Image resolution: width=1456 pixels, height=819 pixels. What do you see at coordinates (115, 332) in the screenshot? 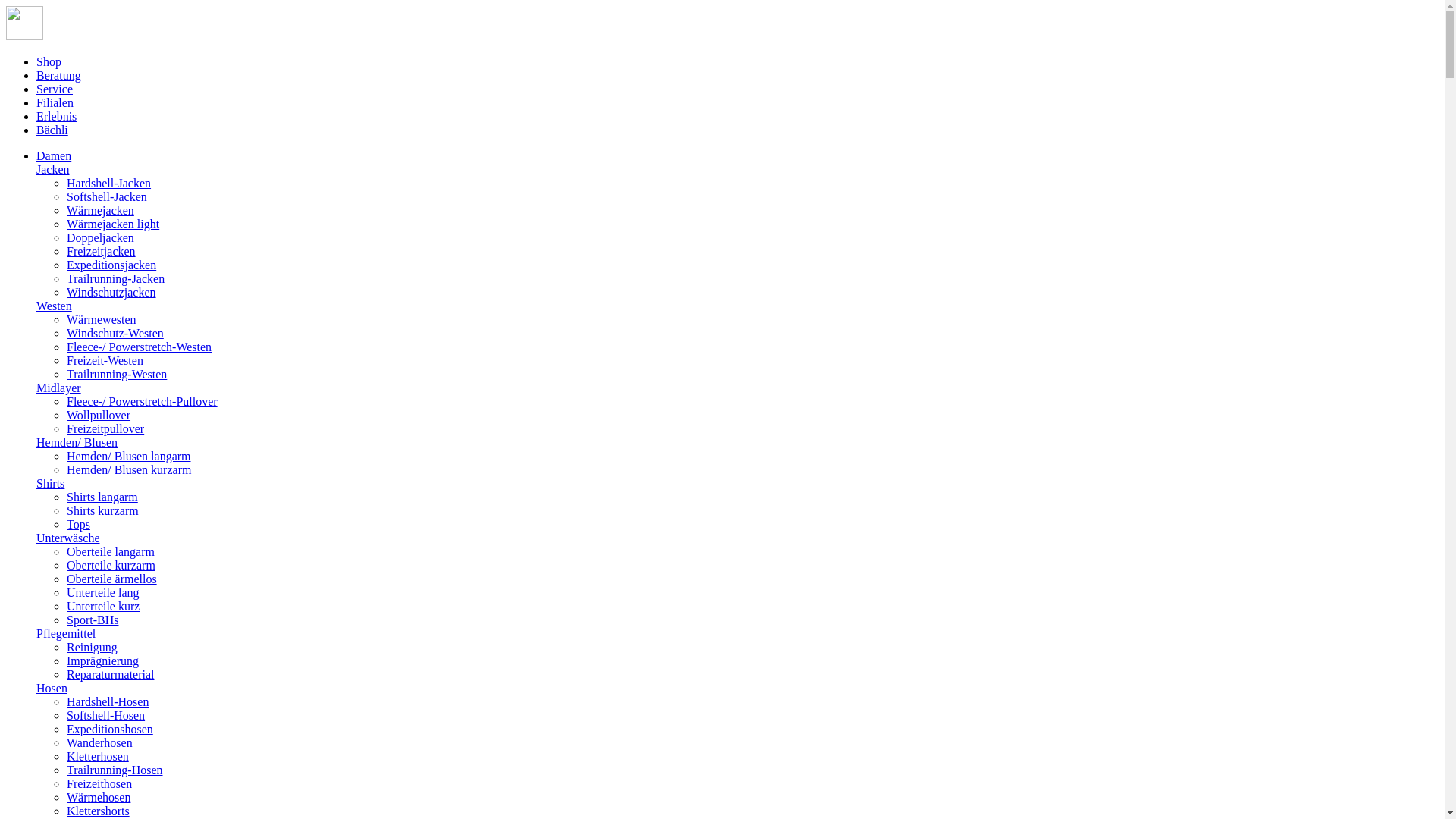
I see `'Windschutz-Westen'` at bounding box center [115, 332].